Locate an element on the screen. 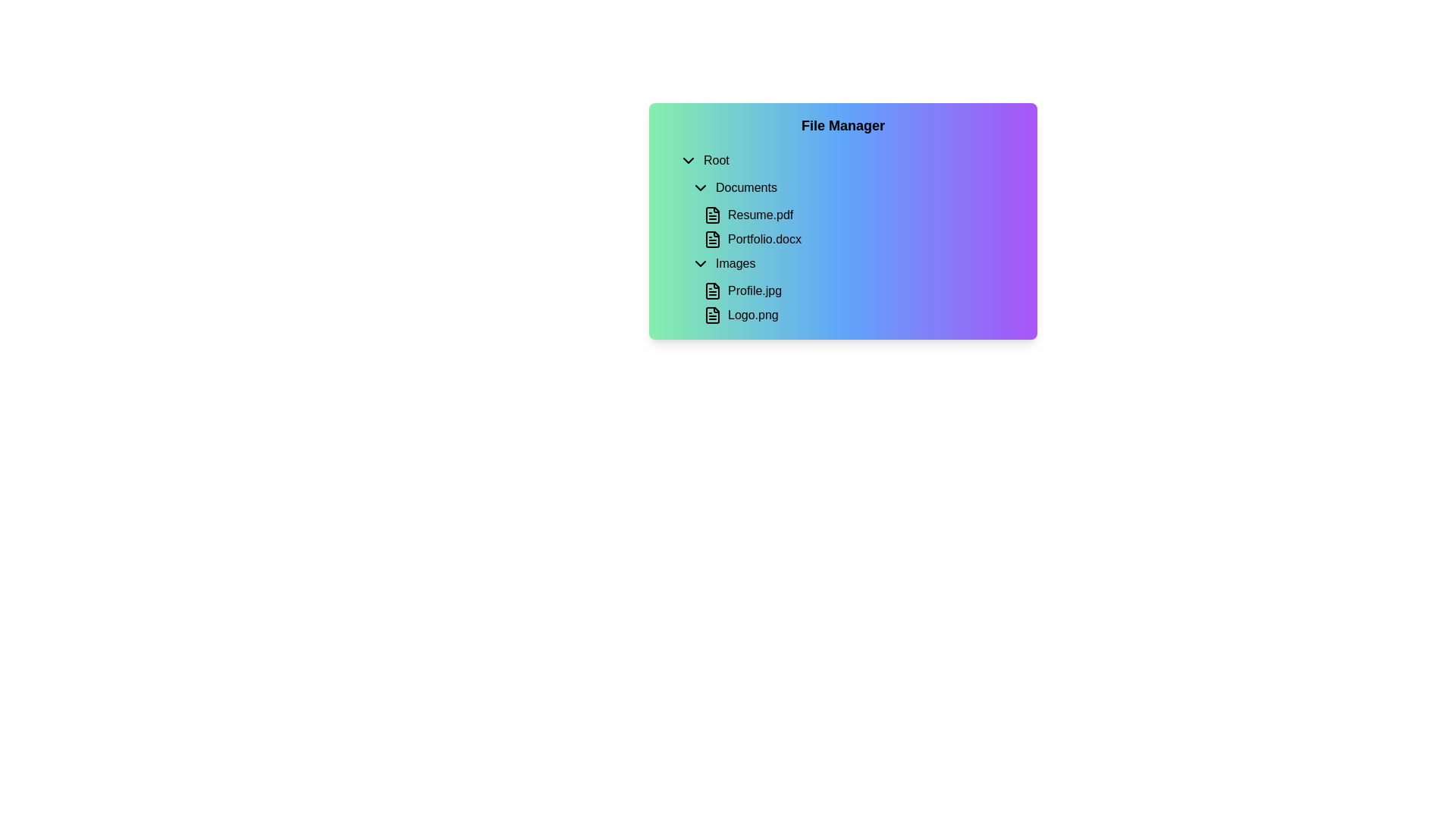  the Dropdown Icon, which is a small downward-pointing chevron located to the immediate left of the text 'Root' is located at coordinates (687, 161).